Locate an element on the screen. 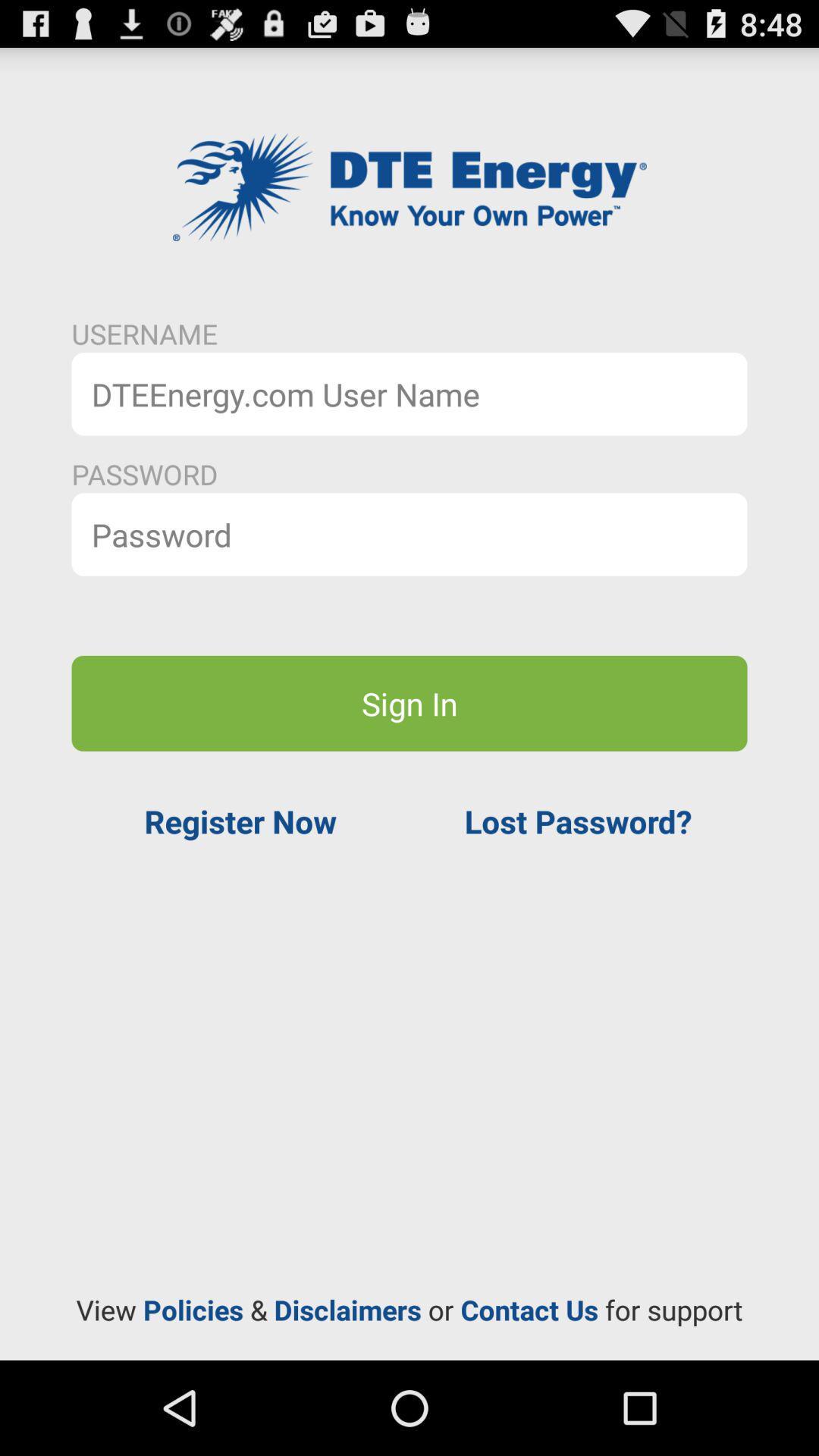 The height and width of the screenshot is (1456, 819). the register now is located at coordinates (240, 821).